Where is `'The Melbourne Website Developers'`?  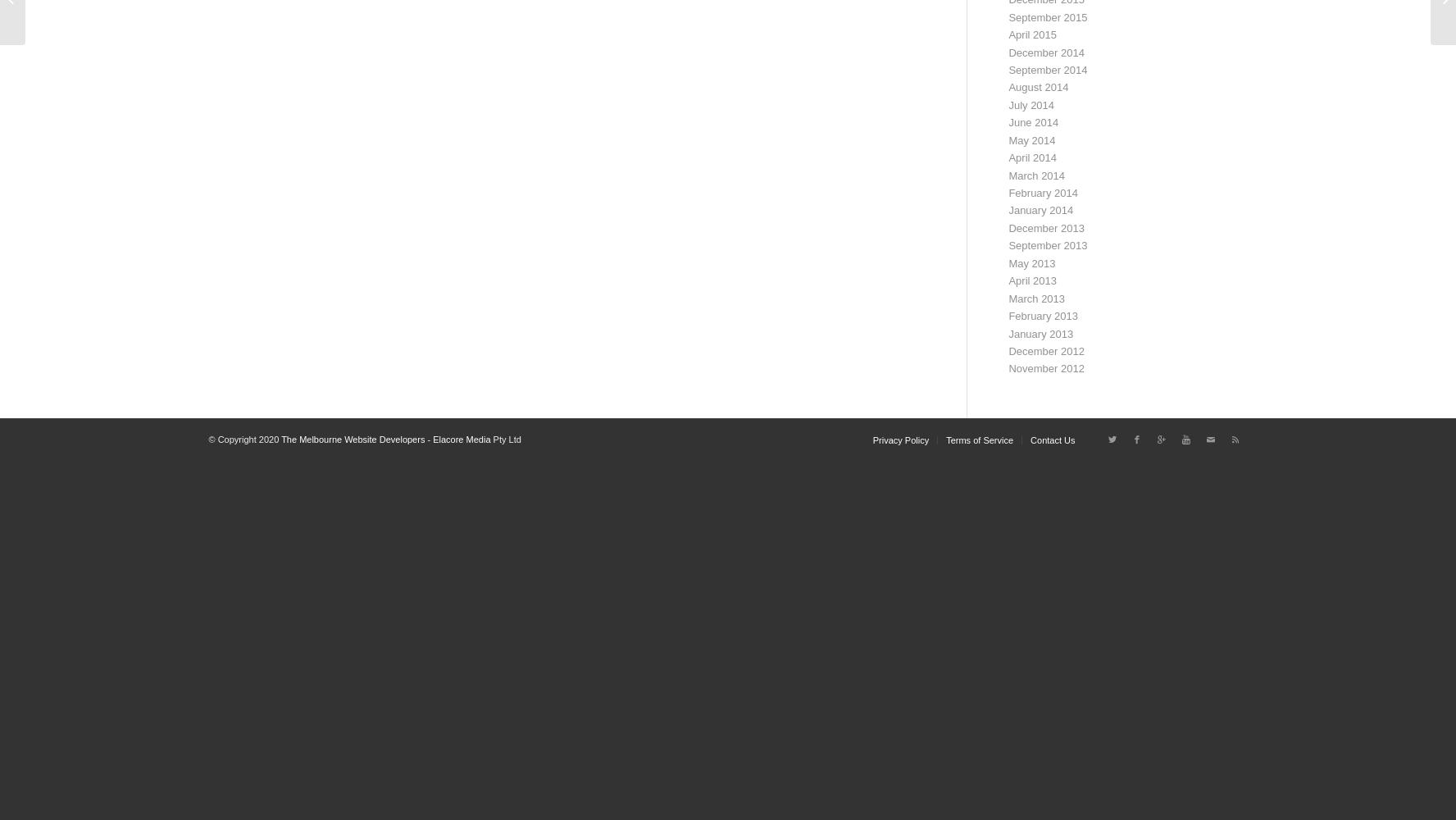 'The Melbourne Website Developers' is located at coordinates (280, 439).